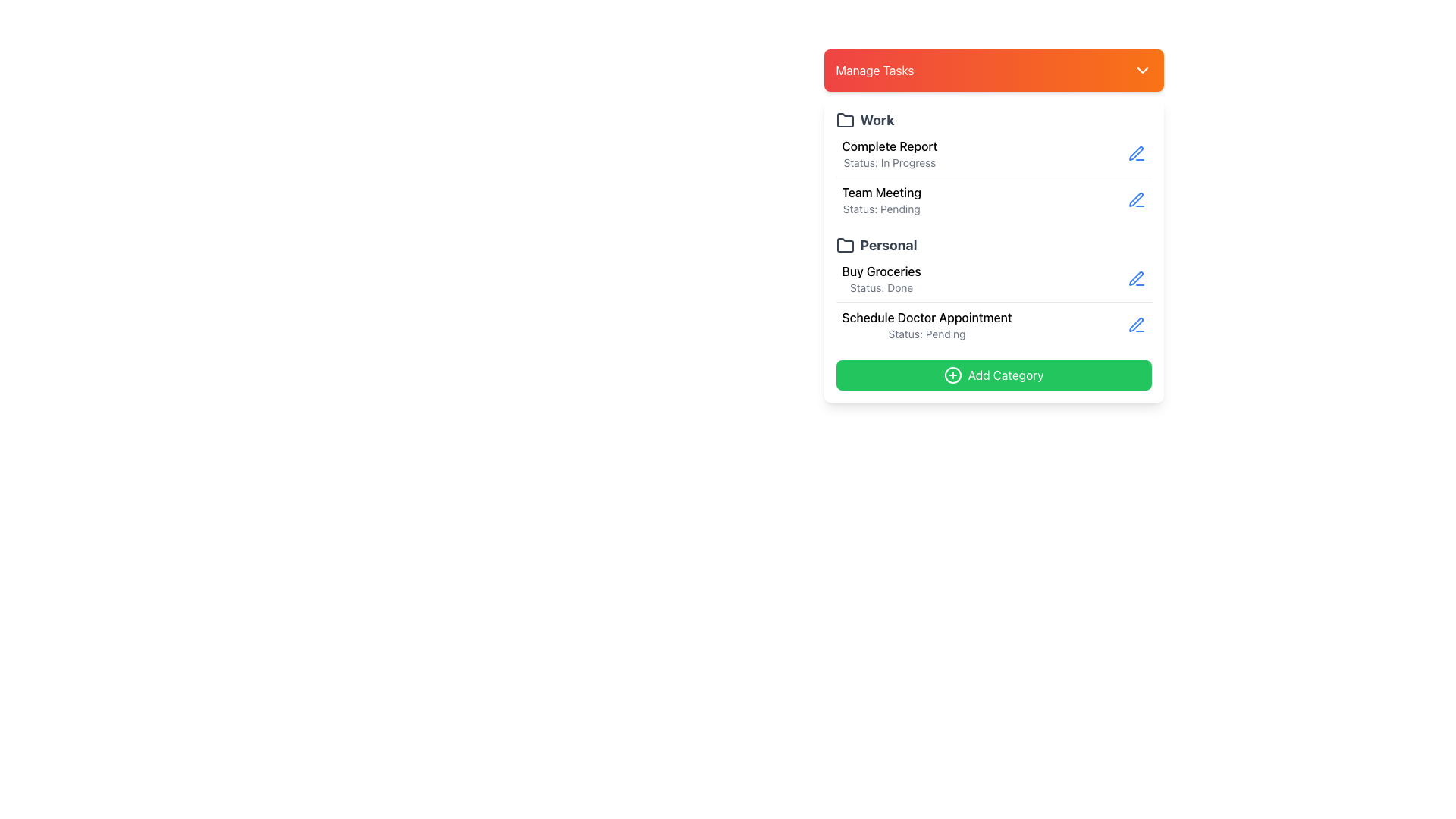 The image size is (1456, 819). What do you see at coordinates (993, 375) in the screenshot?
I see `the actionable button to add a new category to the task list, located at the bottom section of the task management panel` at bounding box center [993, 375].